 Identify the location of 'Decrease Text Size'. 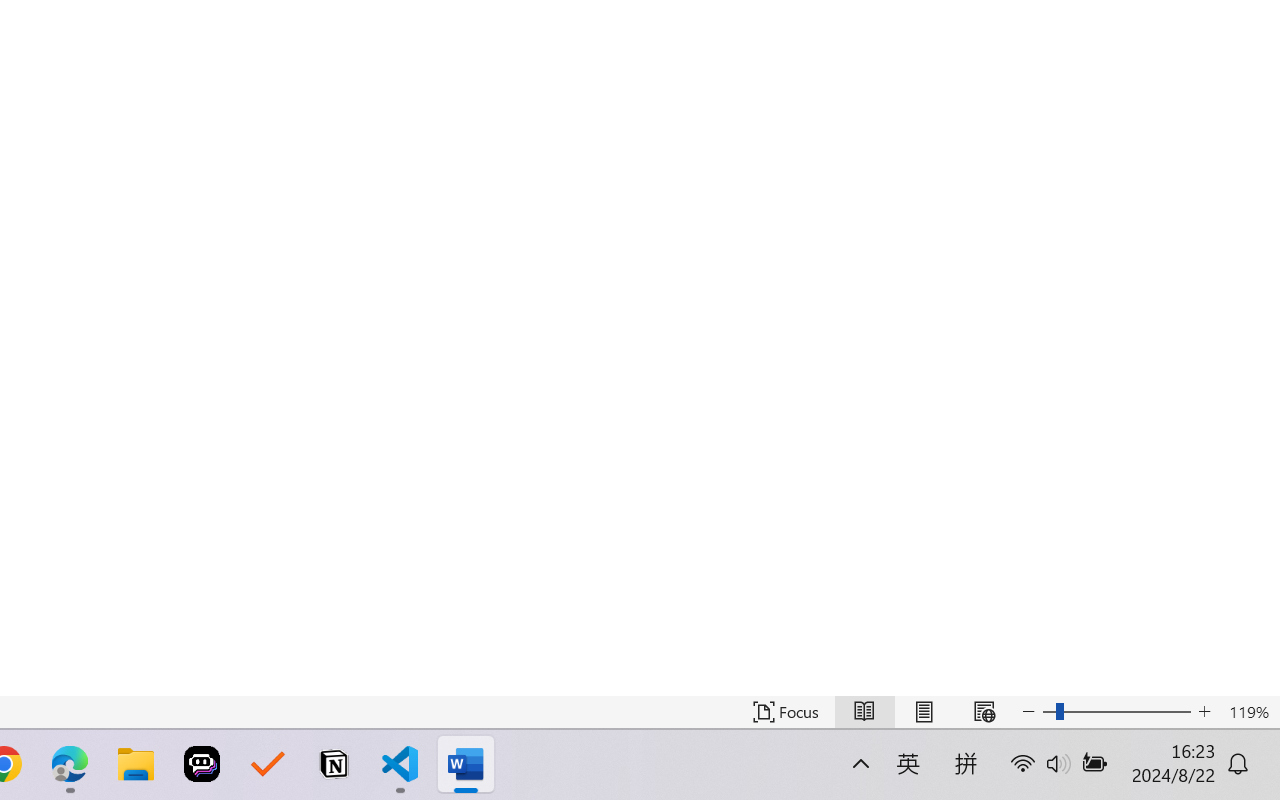
(1029, 711).